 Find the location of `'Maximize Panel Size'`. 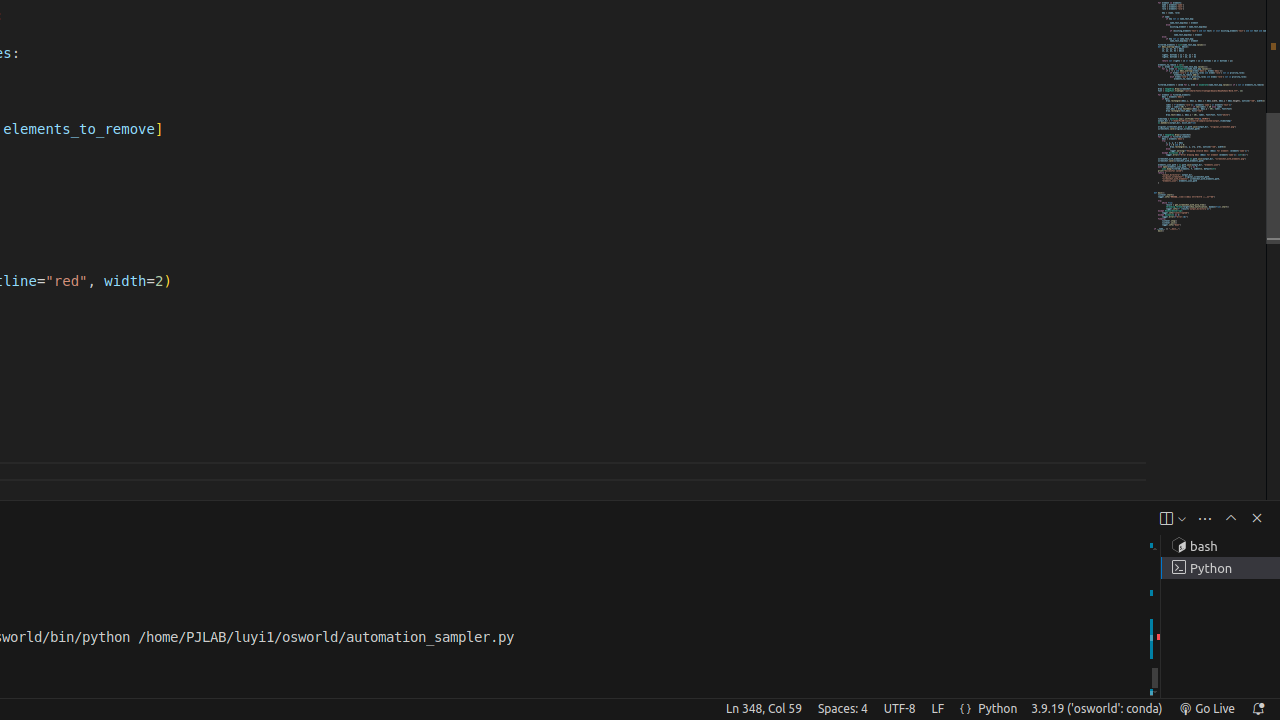

'Maximize Panel Size' is located at coordinates (1229, 516).